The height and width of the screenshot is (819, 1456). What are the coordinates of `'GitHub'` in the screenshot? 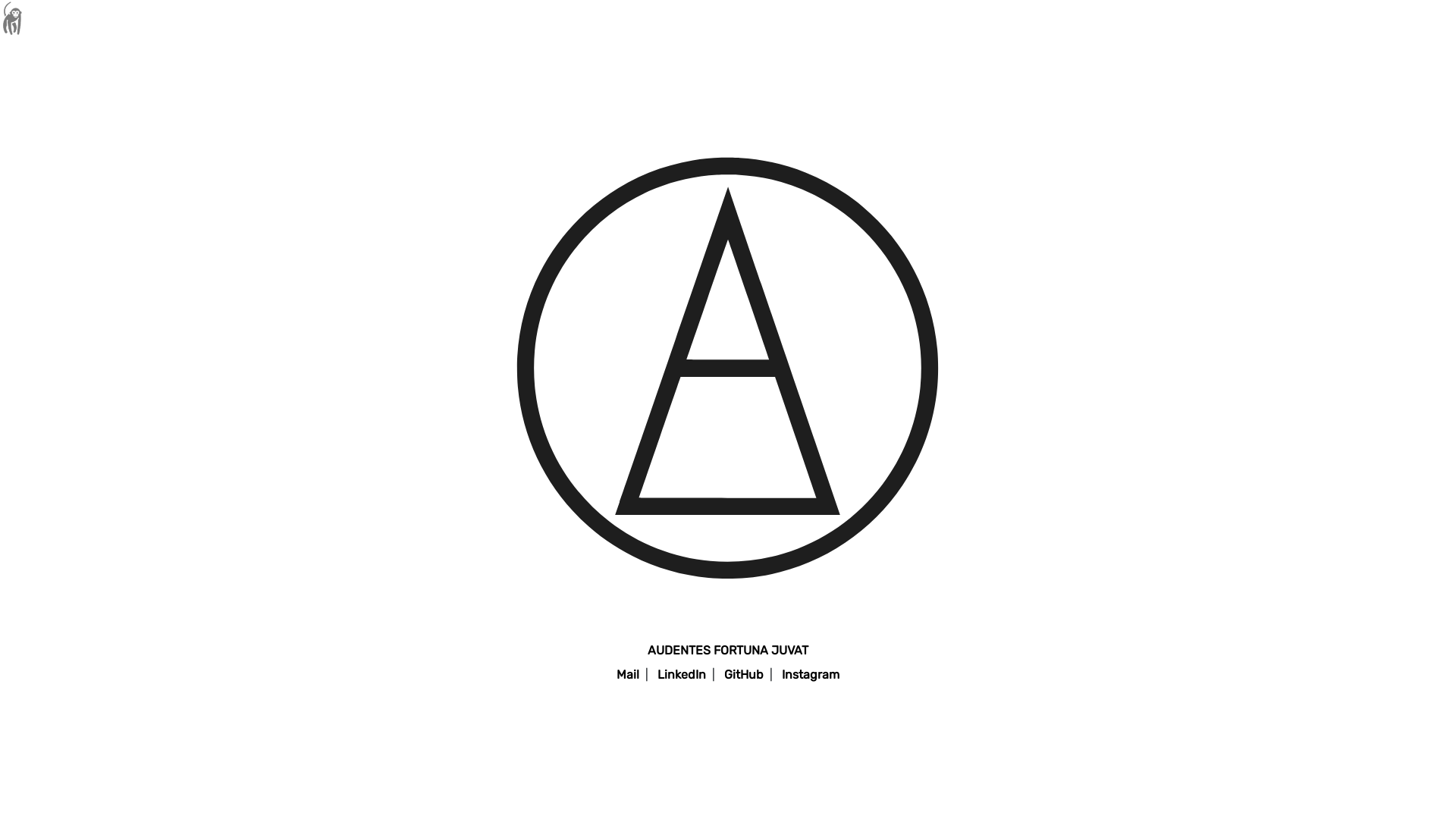 It's located at (743, 673).